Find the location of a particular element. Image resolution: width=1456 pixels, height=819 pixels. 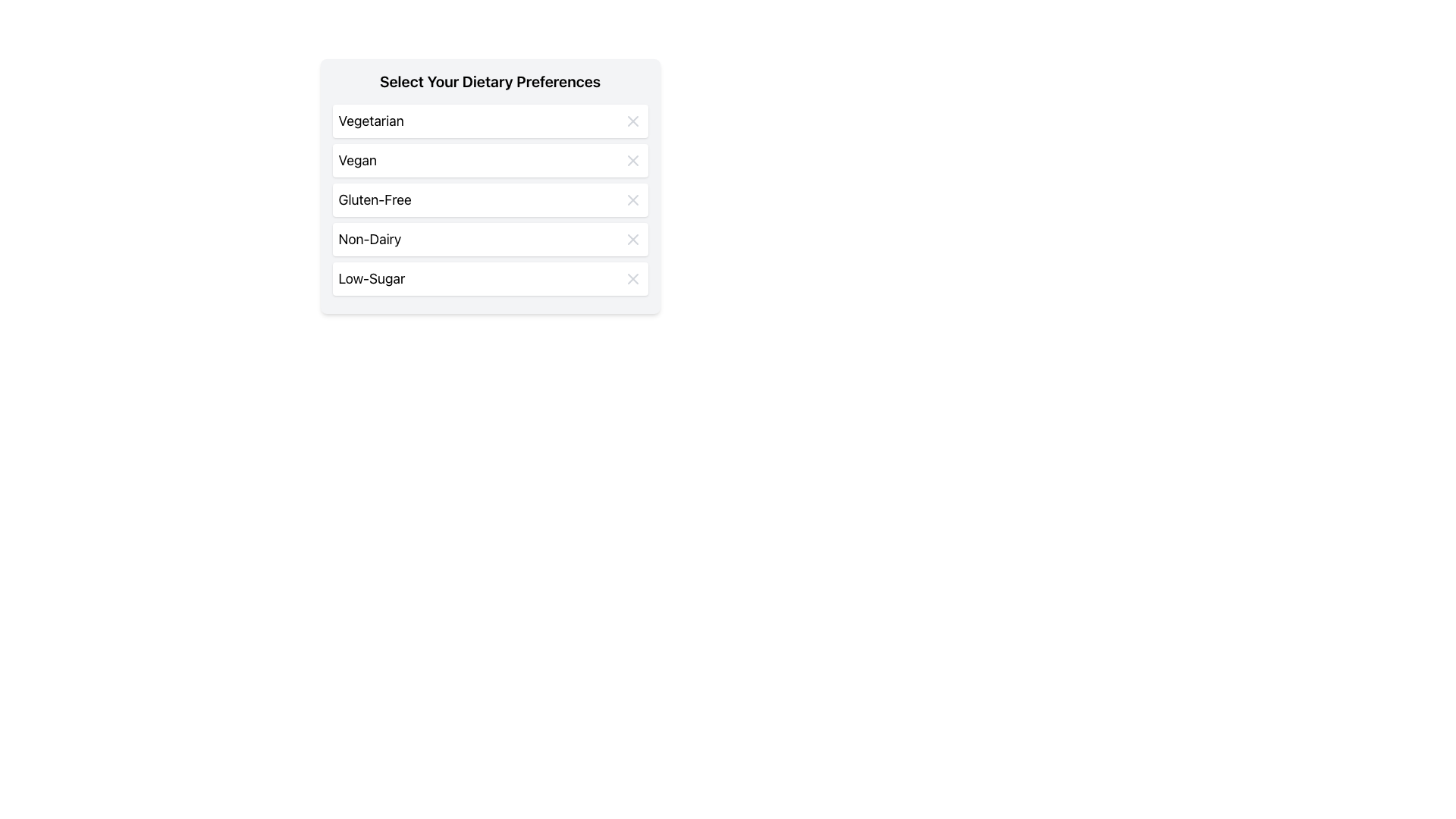

the button that allows users to remove or deselect the 'Non-Dairy' preference in the dietary selections list is located at coordinates (632, 239).